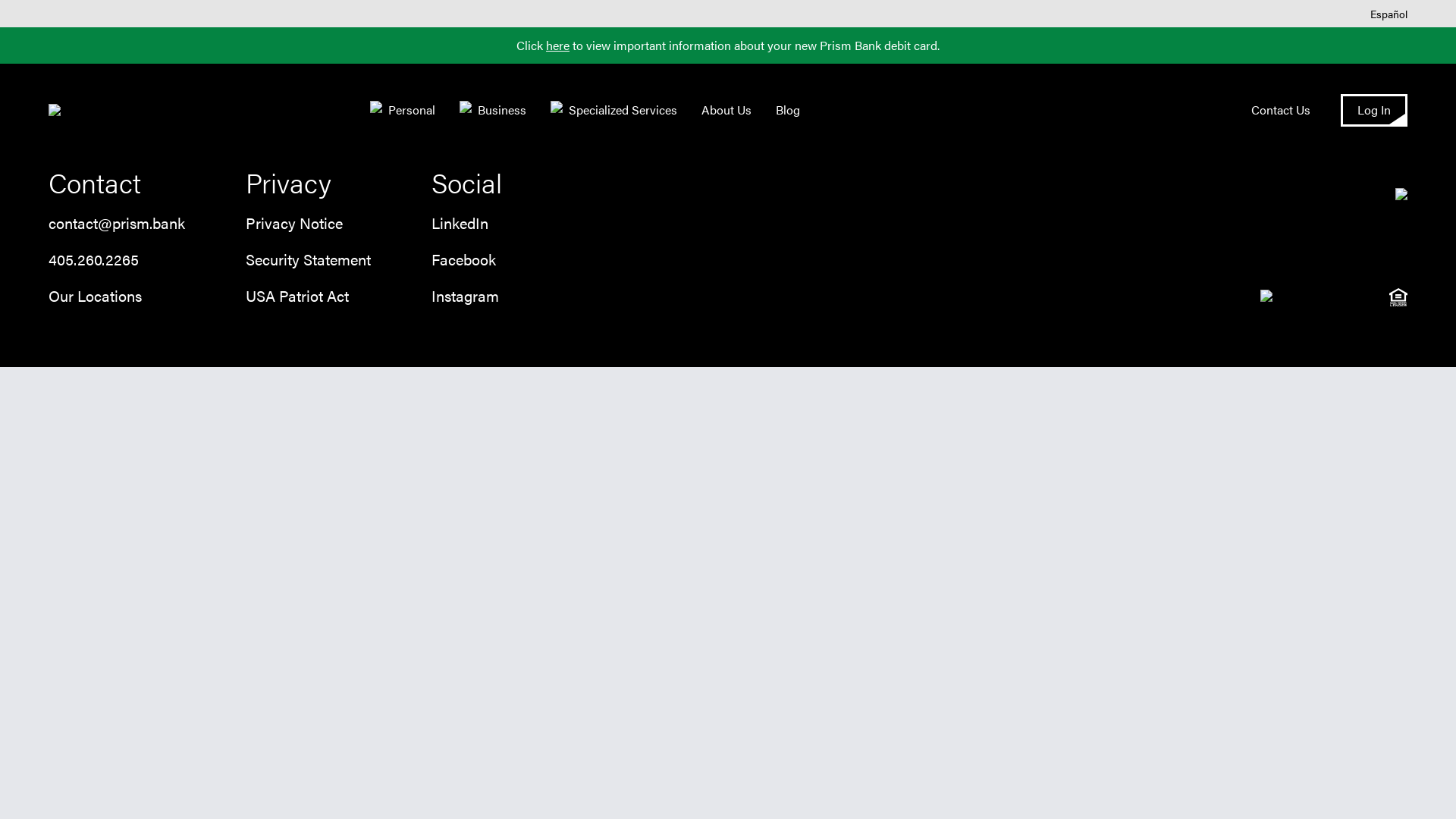  What do you see at coordinates (613, 109) in the screenshot?
I see `'Specialized Services'` at bounding box center [613, 109].